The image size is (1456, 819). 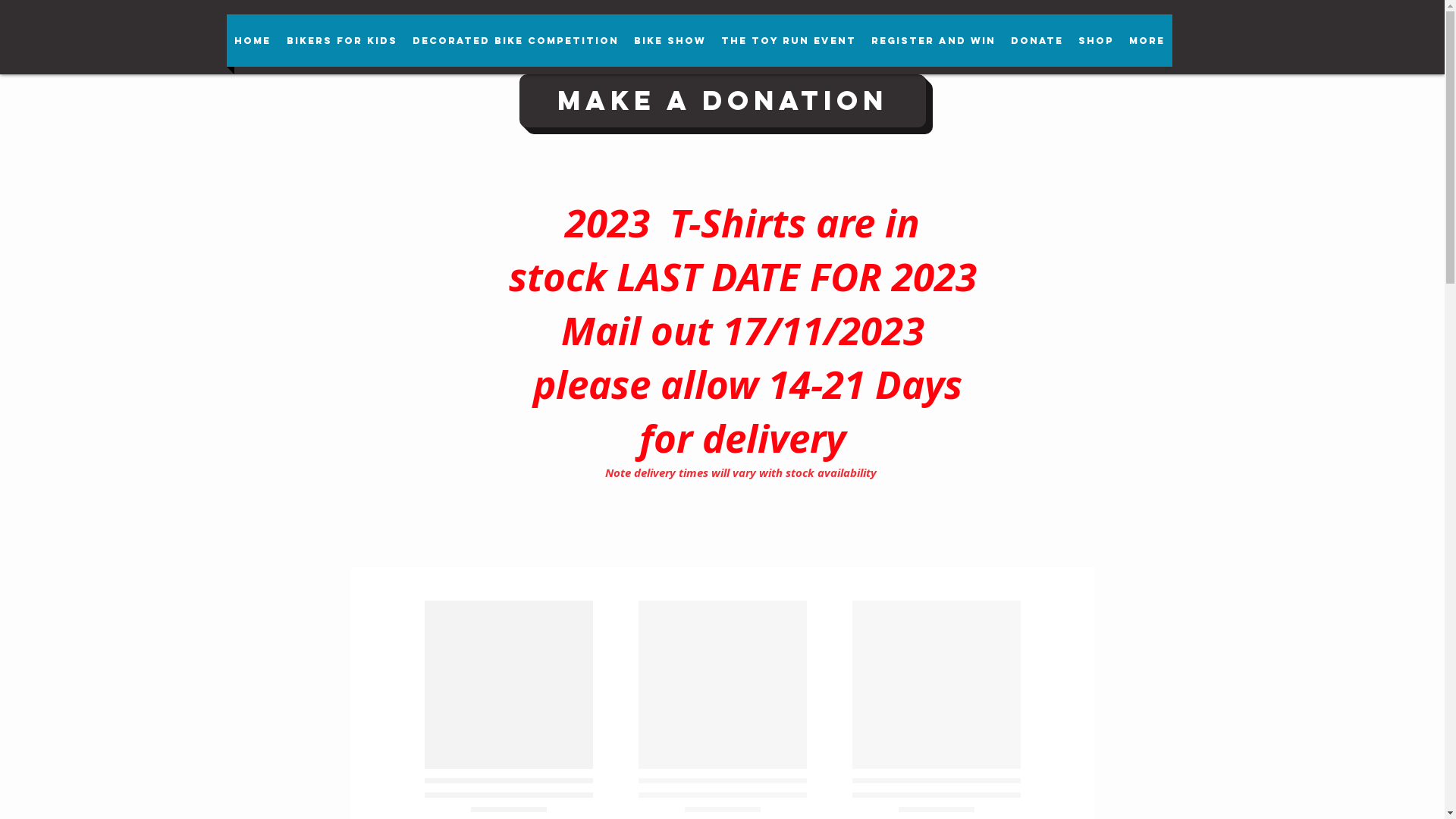 What do you see at coordinates (1096, 39) in the screenshot?
I see `'Shop'` at bounding box center [1096, 39].